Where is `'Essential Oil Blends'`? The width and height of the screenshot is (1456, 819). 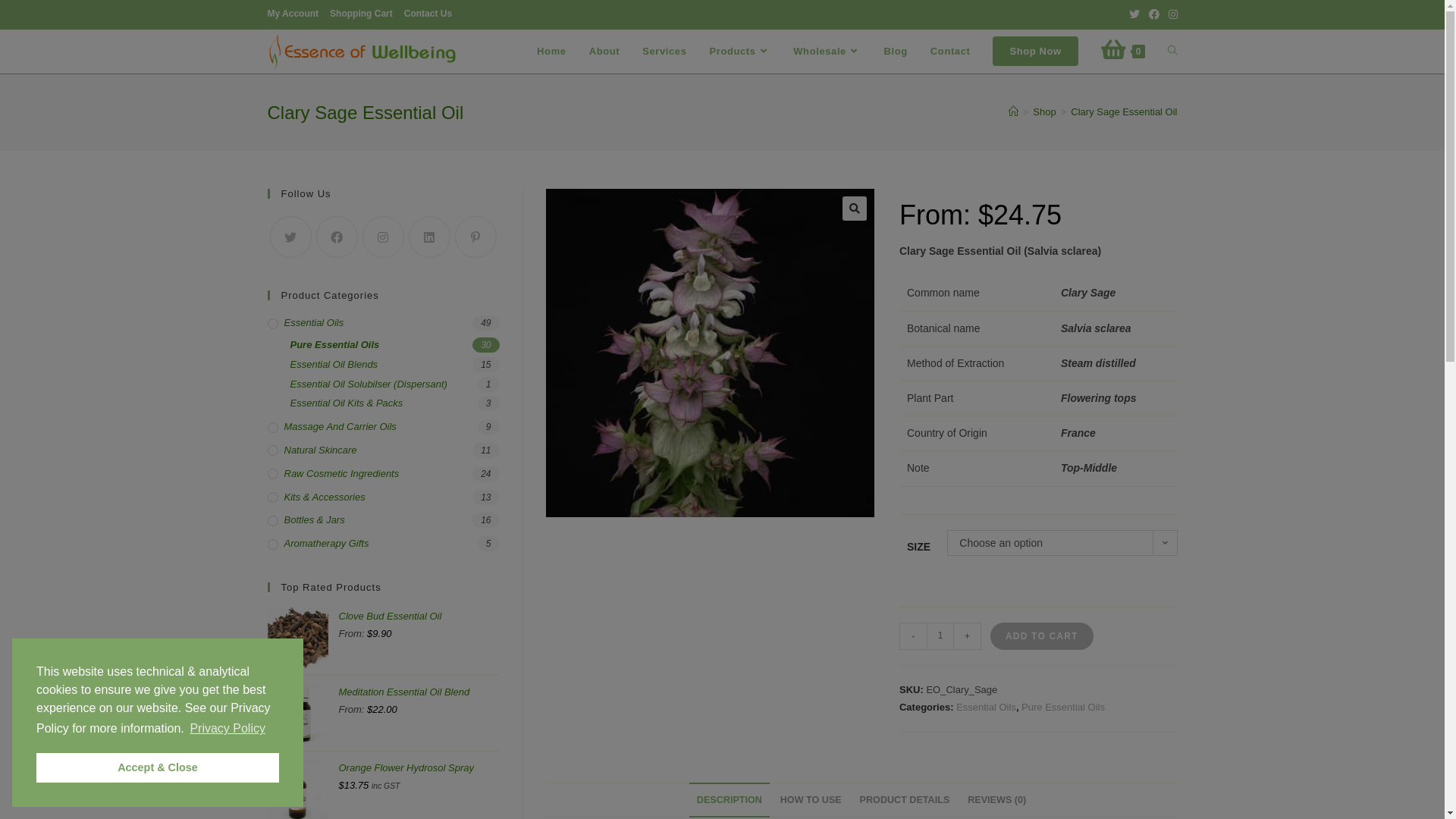
'Essential Oil Blends' is located at coordinates (394, 365).